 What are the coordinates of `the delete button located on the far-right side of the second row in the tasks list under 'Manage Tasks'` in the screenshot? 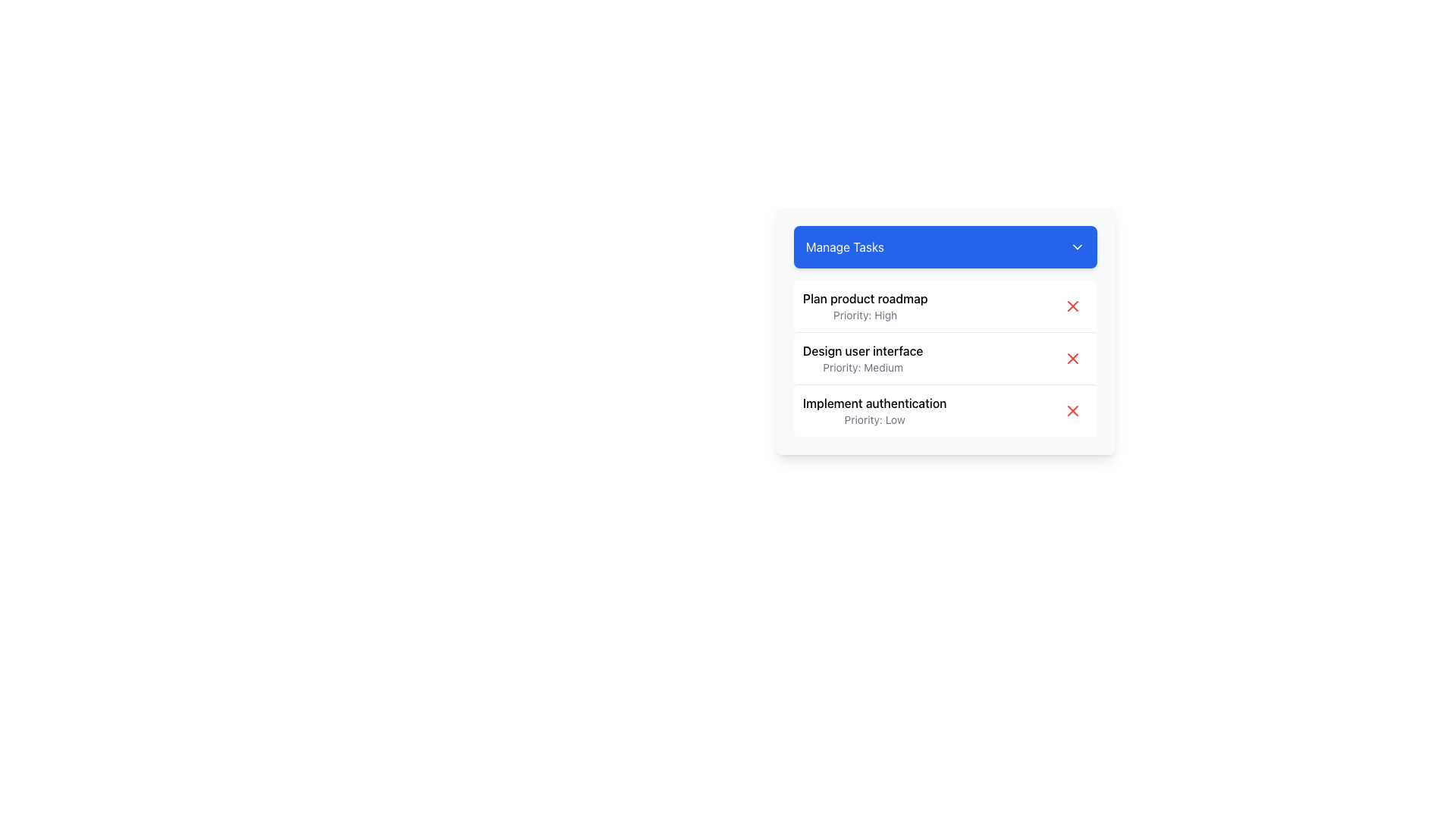 It's located at (1072, 359).